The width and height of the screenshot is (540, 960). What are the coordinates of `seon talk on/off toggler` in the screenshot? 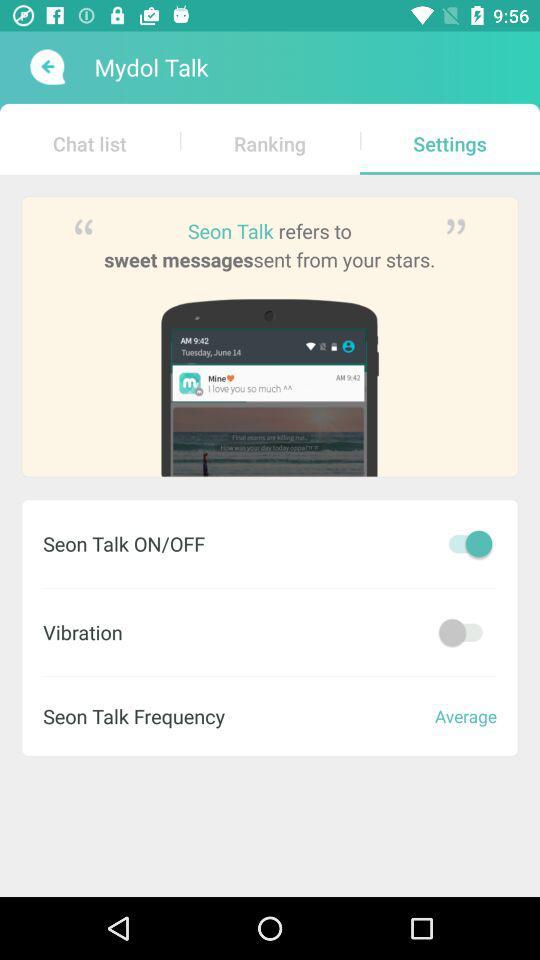 It's located at (465, 543).